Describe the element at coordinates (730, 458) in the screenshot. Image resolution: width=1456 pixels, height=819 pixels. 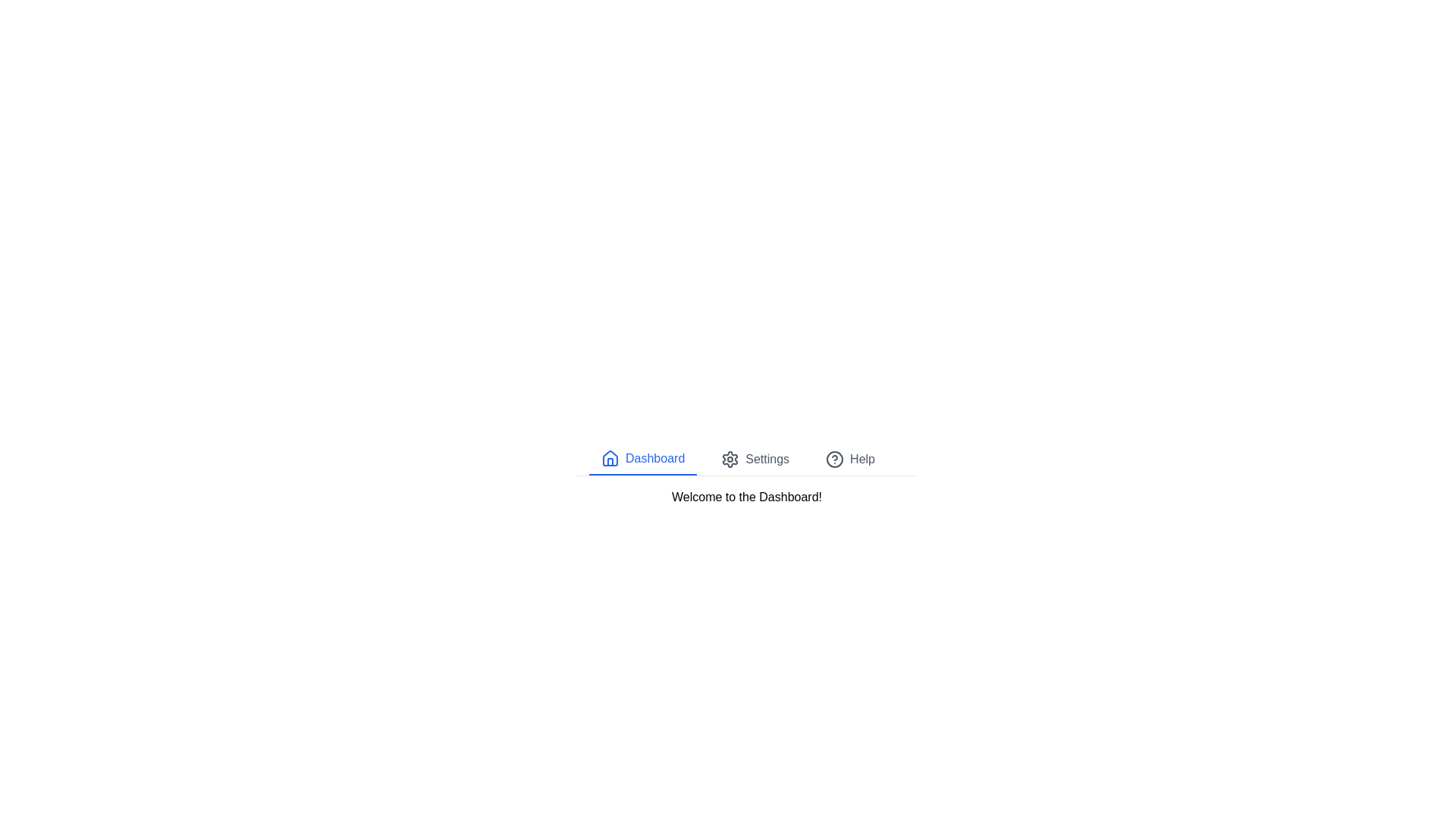
I see `the tab corresponding to Settings by clicking its icon` at that location.